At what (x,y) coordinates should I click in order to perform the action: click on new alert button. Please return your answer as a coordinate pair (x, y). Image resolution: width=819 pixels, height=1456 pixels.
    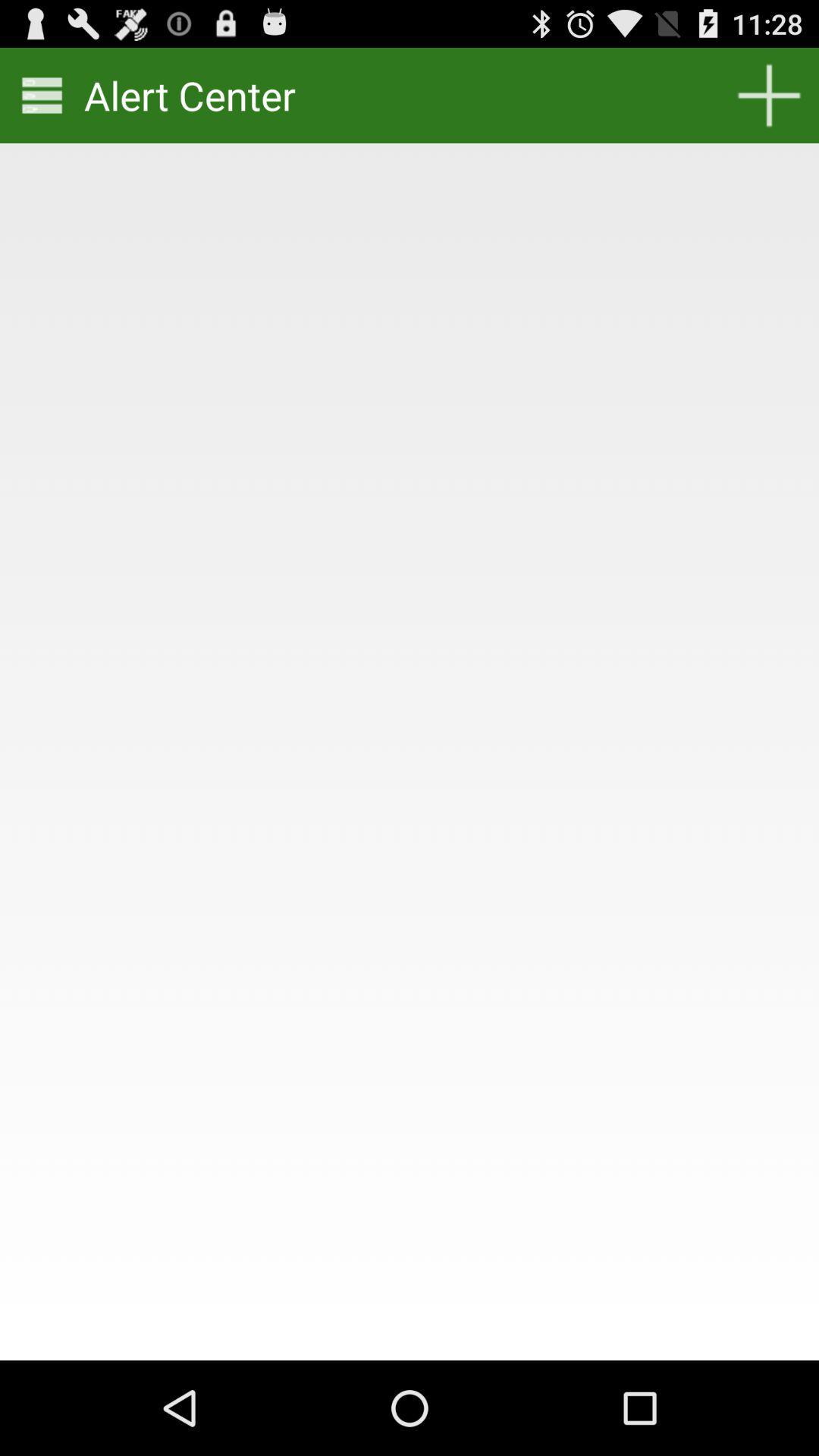
    Looking at the image, I should click on (769, 94).